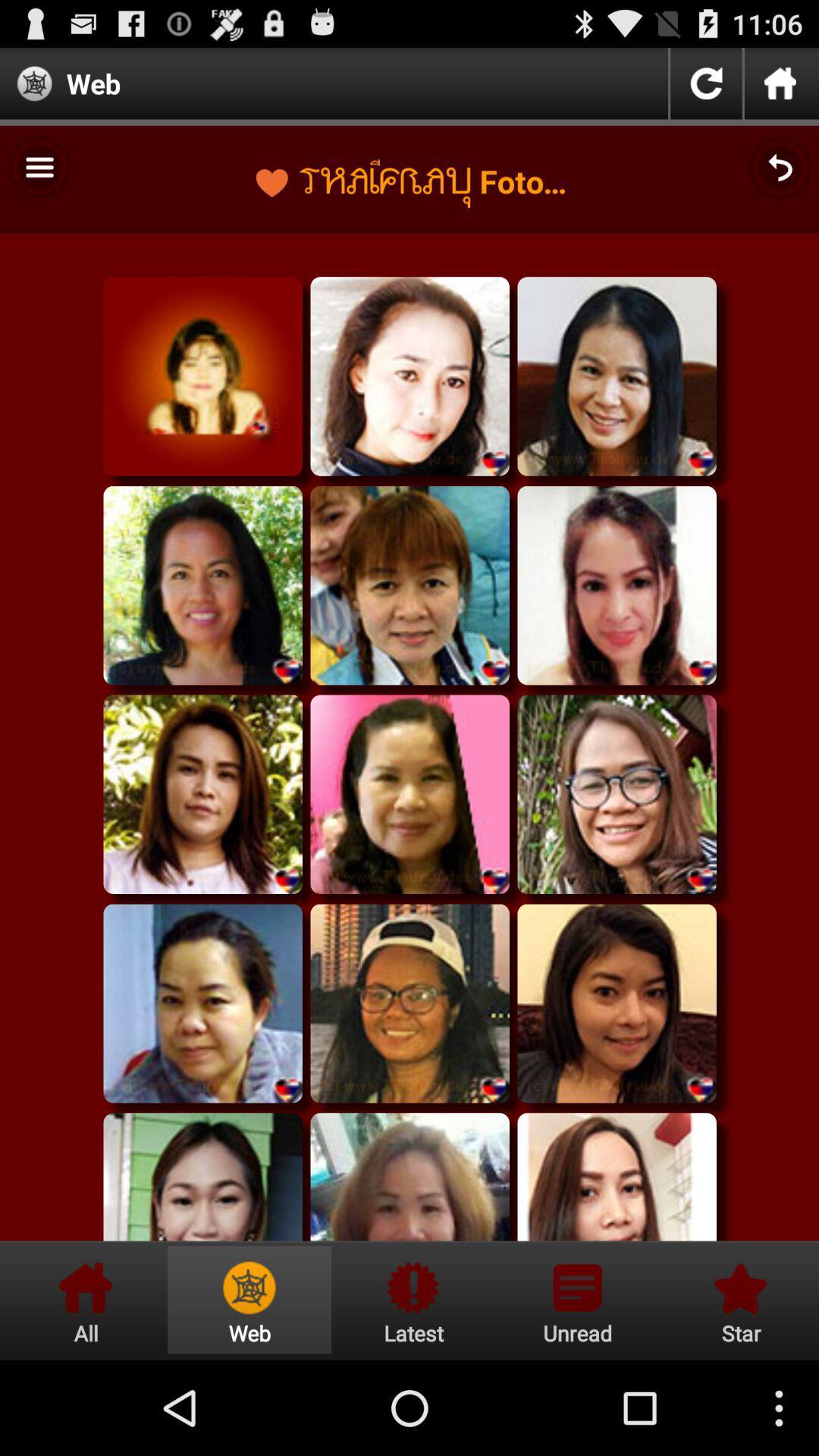  What do you see at coordinates (413, 1299) in the screenshot?
I see `explore latest profiles` at bounding box center [413, 1299].